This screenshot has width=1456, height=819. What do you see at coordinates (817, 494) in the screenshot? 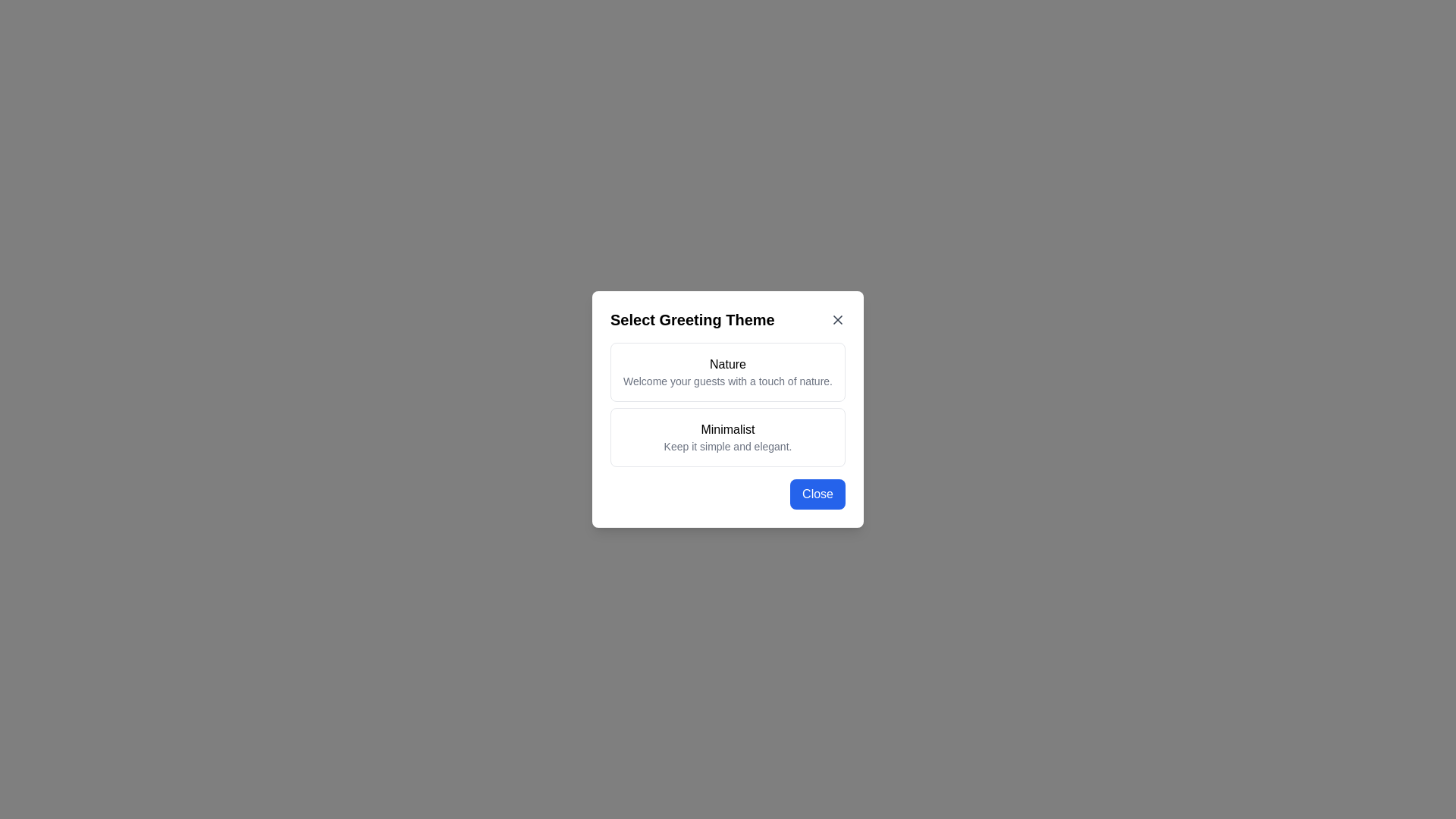
I see `the button located at the bottom-right corner of the modal dialog` at bounding box center [817, 494].